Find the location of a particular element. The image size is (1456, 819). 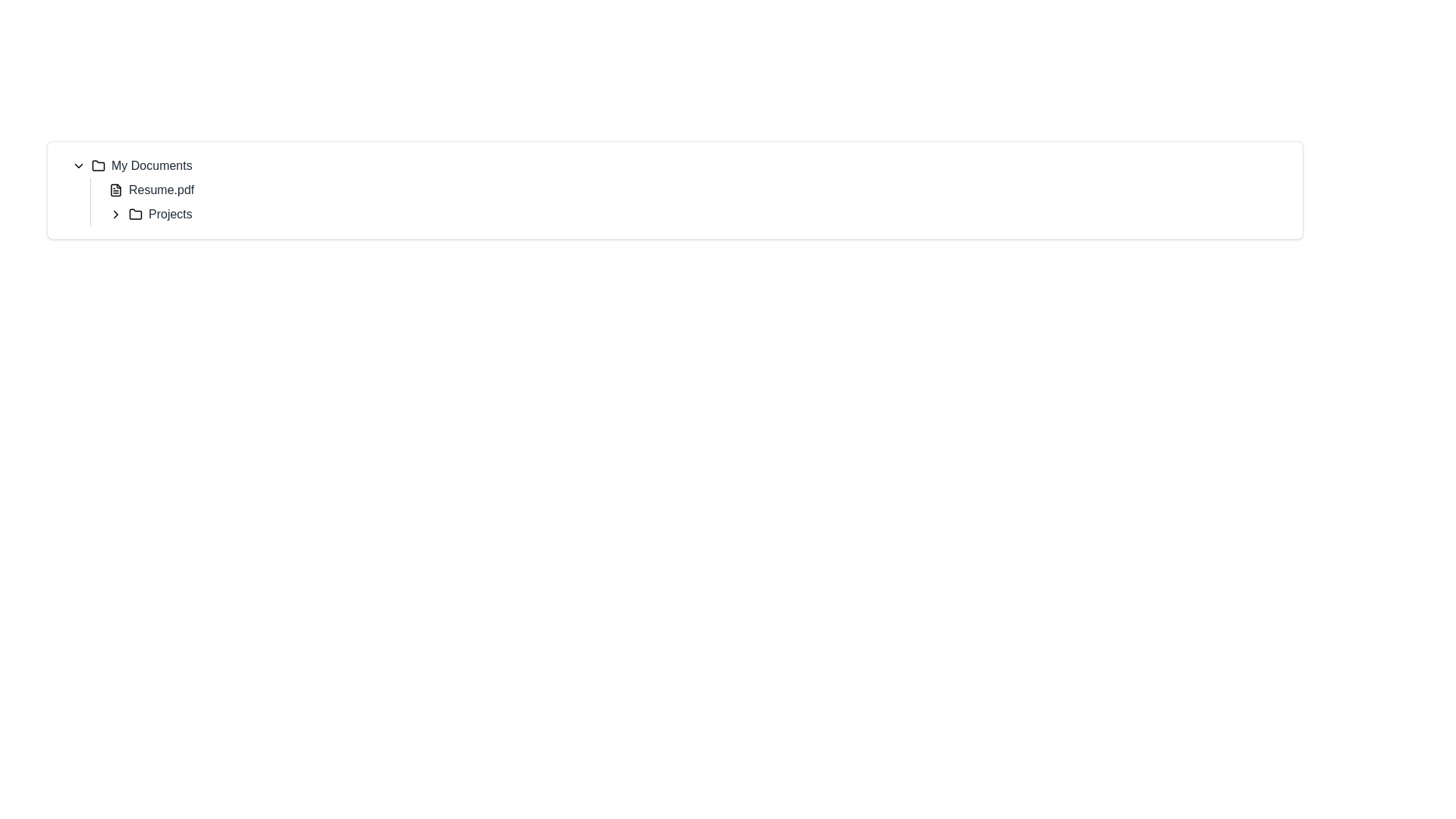

the toggle button located as the first icon on the left under the 'My Documents' section is located at coordinates (78, 166).